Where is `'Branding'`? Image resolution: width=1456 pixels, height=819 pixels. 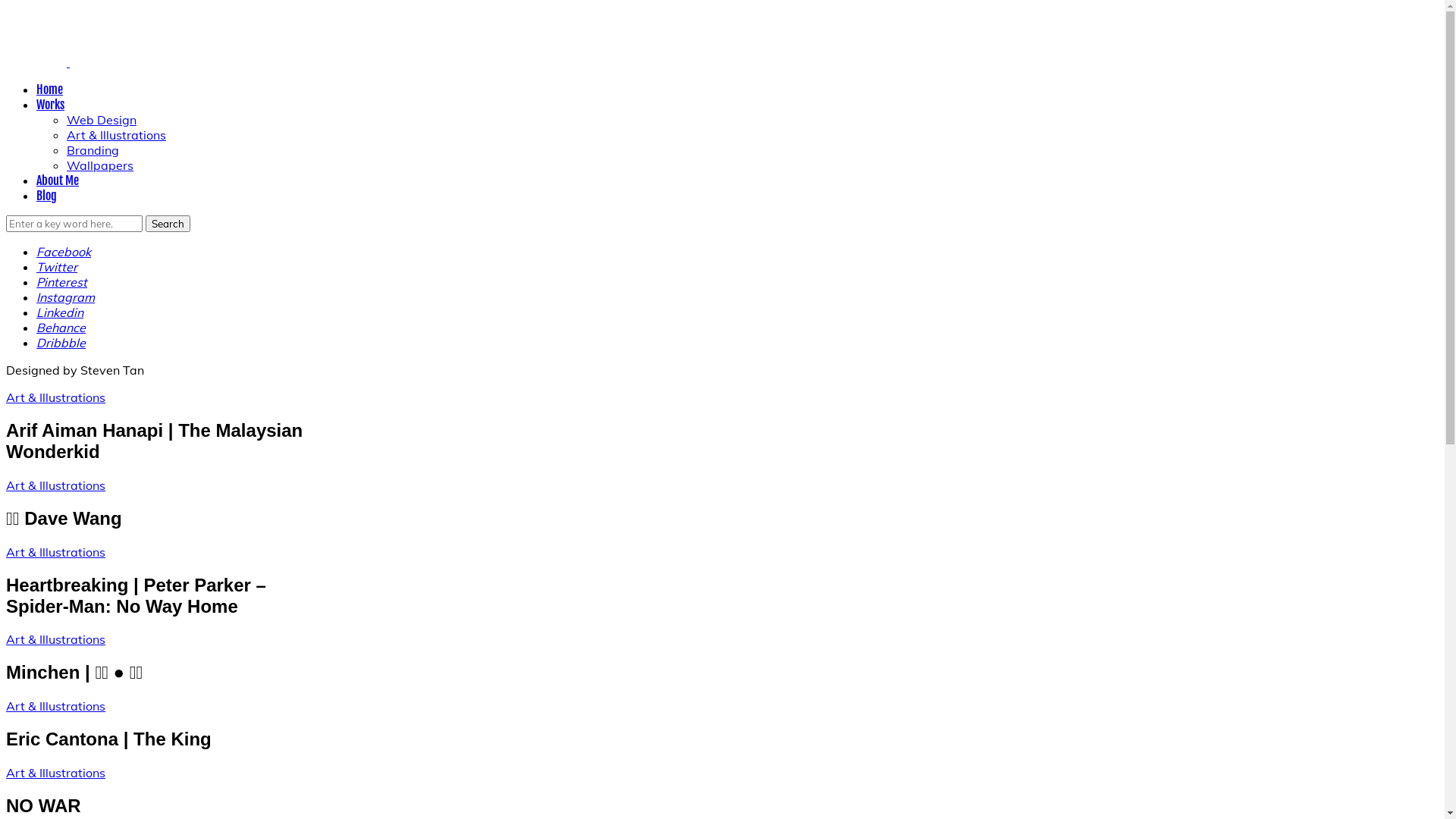
'Branding' is located at coordinates (92, 149).